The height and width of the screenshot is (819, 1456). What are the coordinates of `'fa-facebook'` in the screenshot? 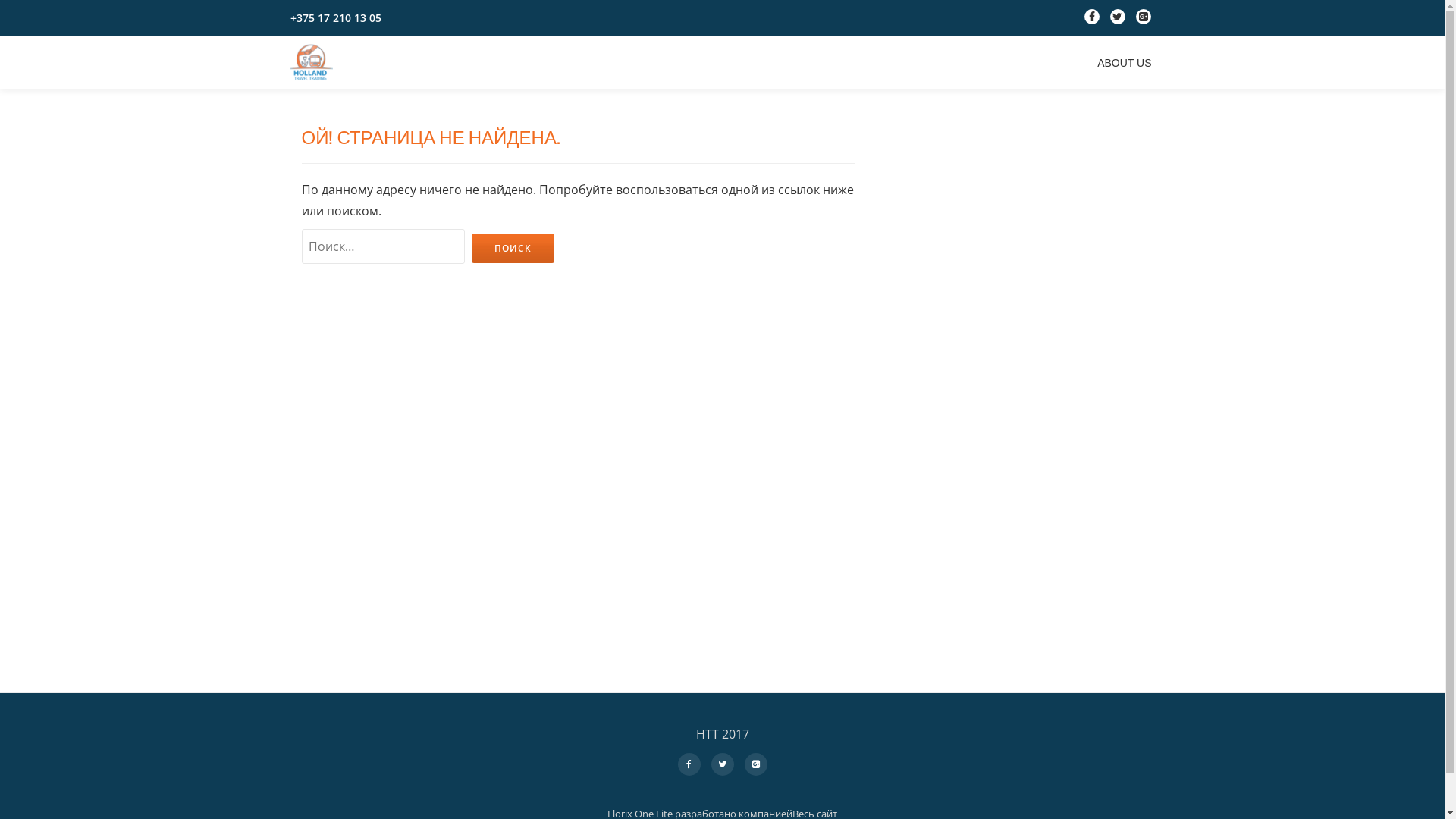 It's located at (687, 763).